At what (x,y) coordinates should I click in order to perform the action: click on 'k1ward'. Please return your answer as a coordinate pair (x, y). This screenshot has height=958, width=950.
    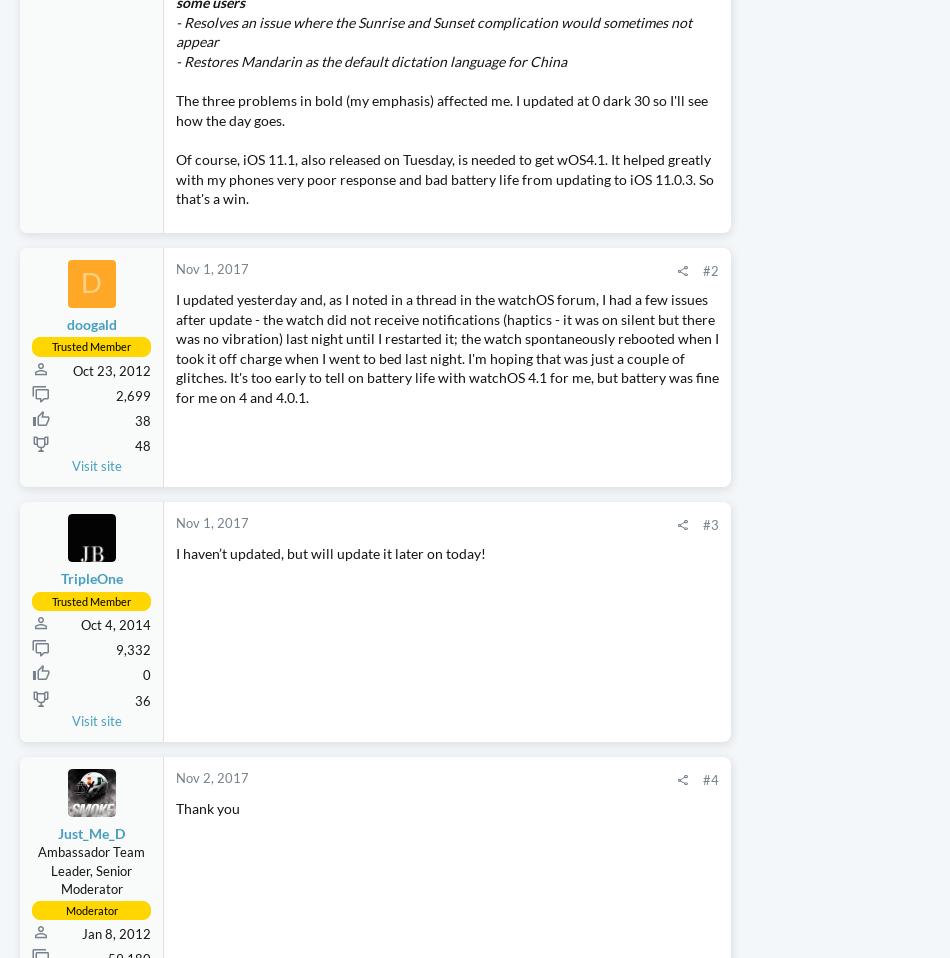
    Looking at the image, I should click on (684, 680).